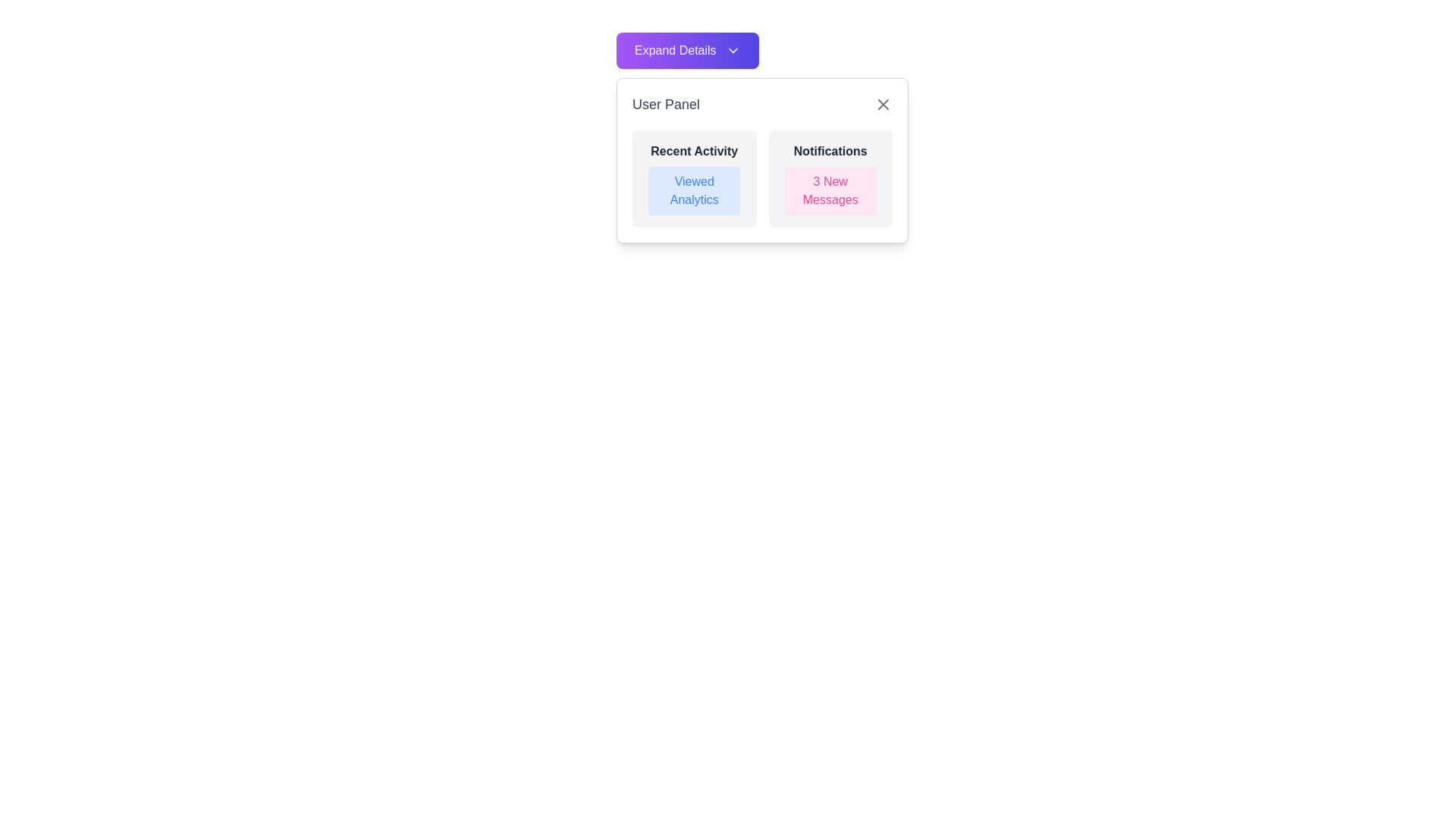 The width and height of the screenshot is (1456, 819). Describe the element at coordinates (733, 49) in the screenshot. I see `the downward facing chevron icon within the 'Expand Details' button, which indicates a clickable dropdown function` at that location.